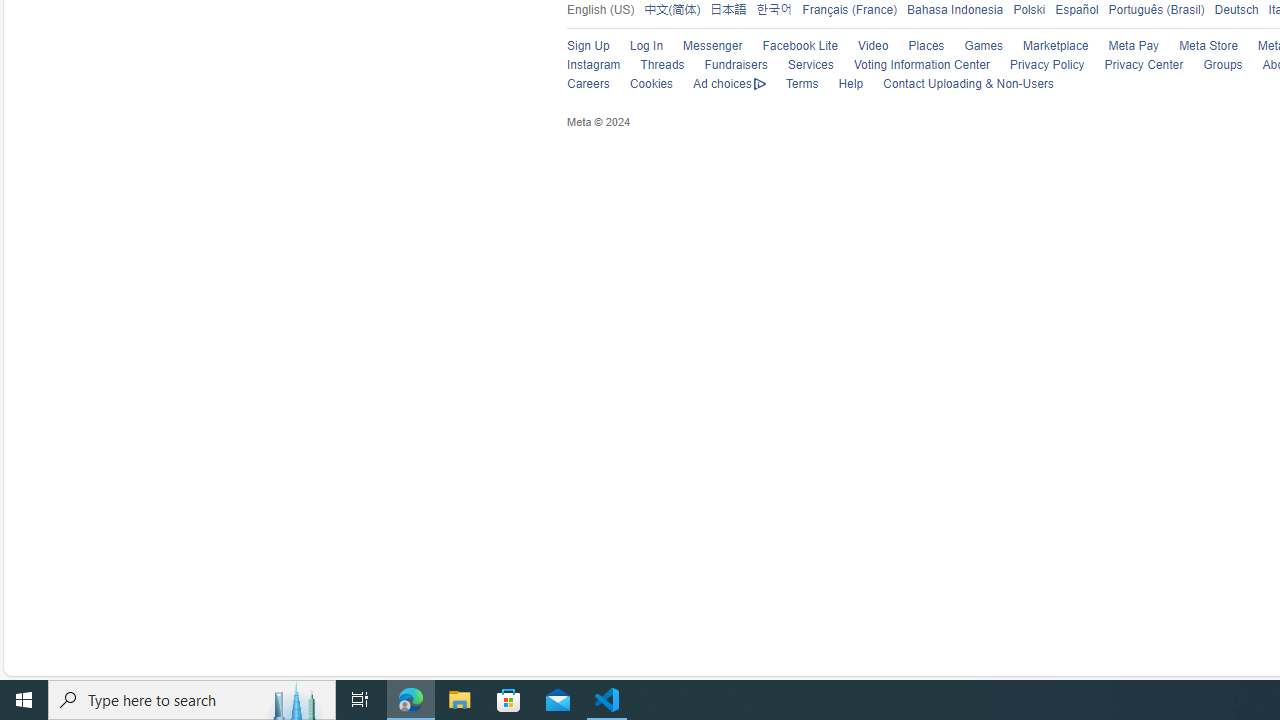 This screenshot has height=720, width=1280. Describe the element at coordinates (1231, 9) in the screenshot. I see `'Deutsch'` at that location.